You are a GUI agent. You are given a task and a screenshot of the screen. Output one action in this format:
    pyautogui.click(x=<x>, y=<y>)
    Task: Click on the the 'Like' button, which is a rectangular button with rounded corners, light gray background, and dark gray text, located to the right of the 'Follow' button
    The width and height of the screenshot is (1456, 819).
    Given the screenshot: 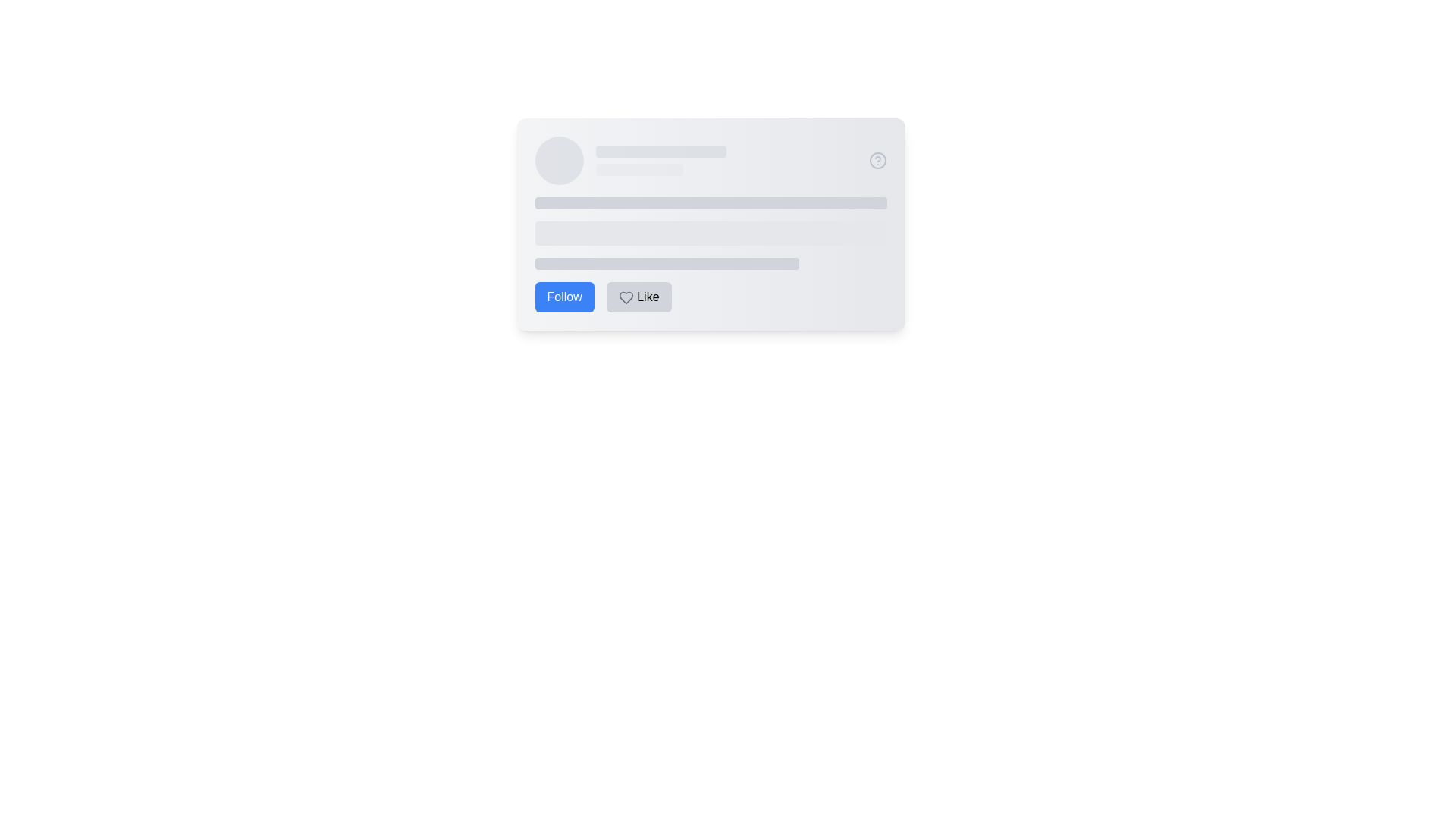 What is the action you would take?
    pyautogui.click(x=639, y=297)
    